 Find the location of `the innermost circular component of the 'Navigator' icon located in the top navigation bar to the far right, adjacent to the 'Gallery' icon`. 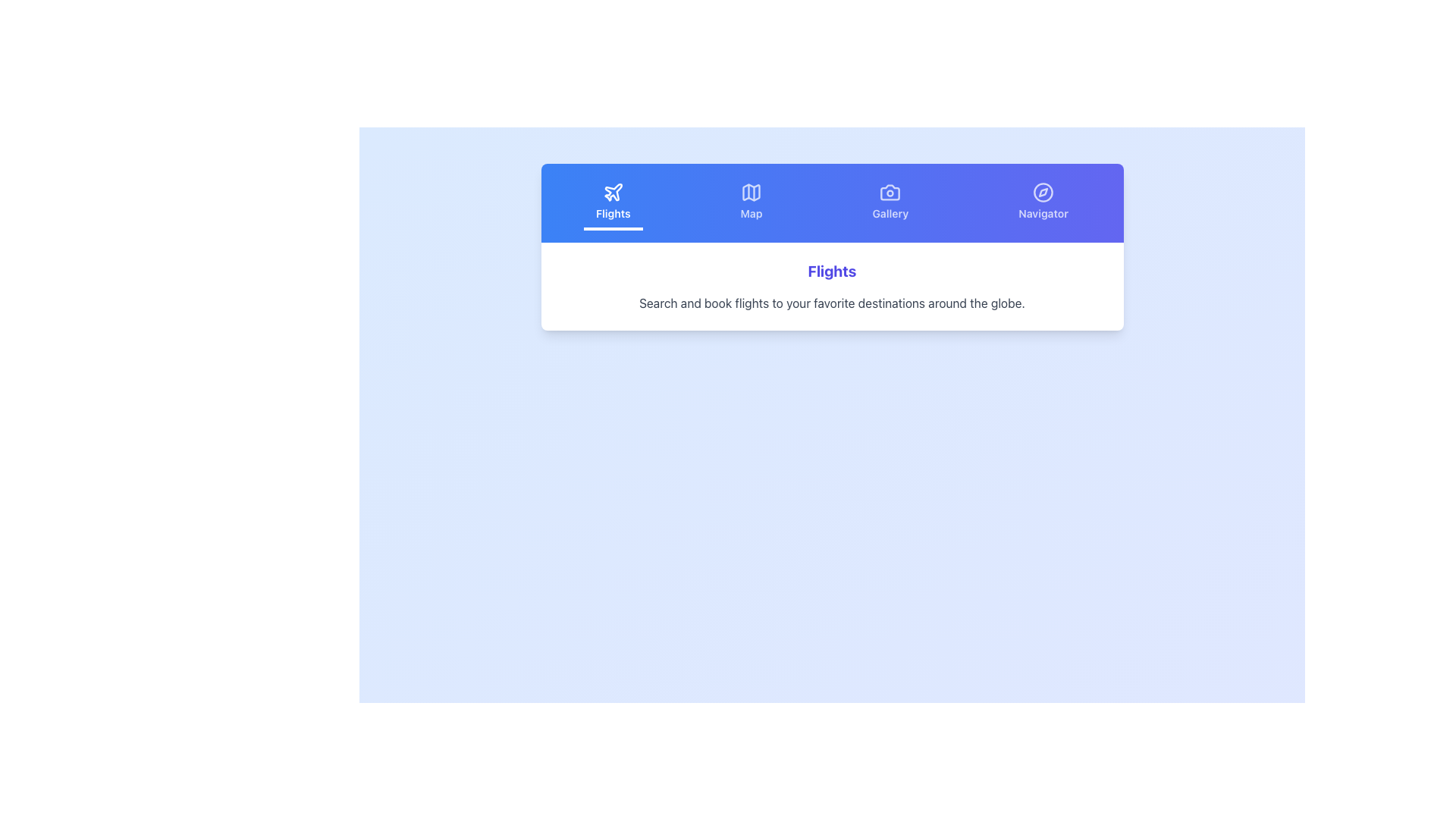

the innermost circular component of the 'Navigator' icon located in the top navigation bar to the far right, adjacent to the 'Gallery' icon is located at coordinates (1043, 192).